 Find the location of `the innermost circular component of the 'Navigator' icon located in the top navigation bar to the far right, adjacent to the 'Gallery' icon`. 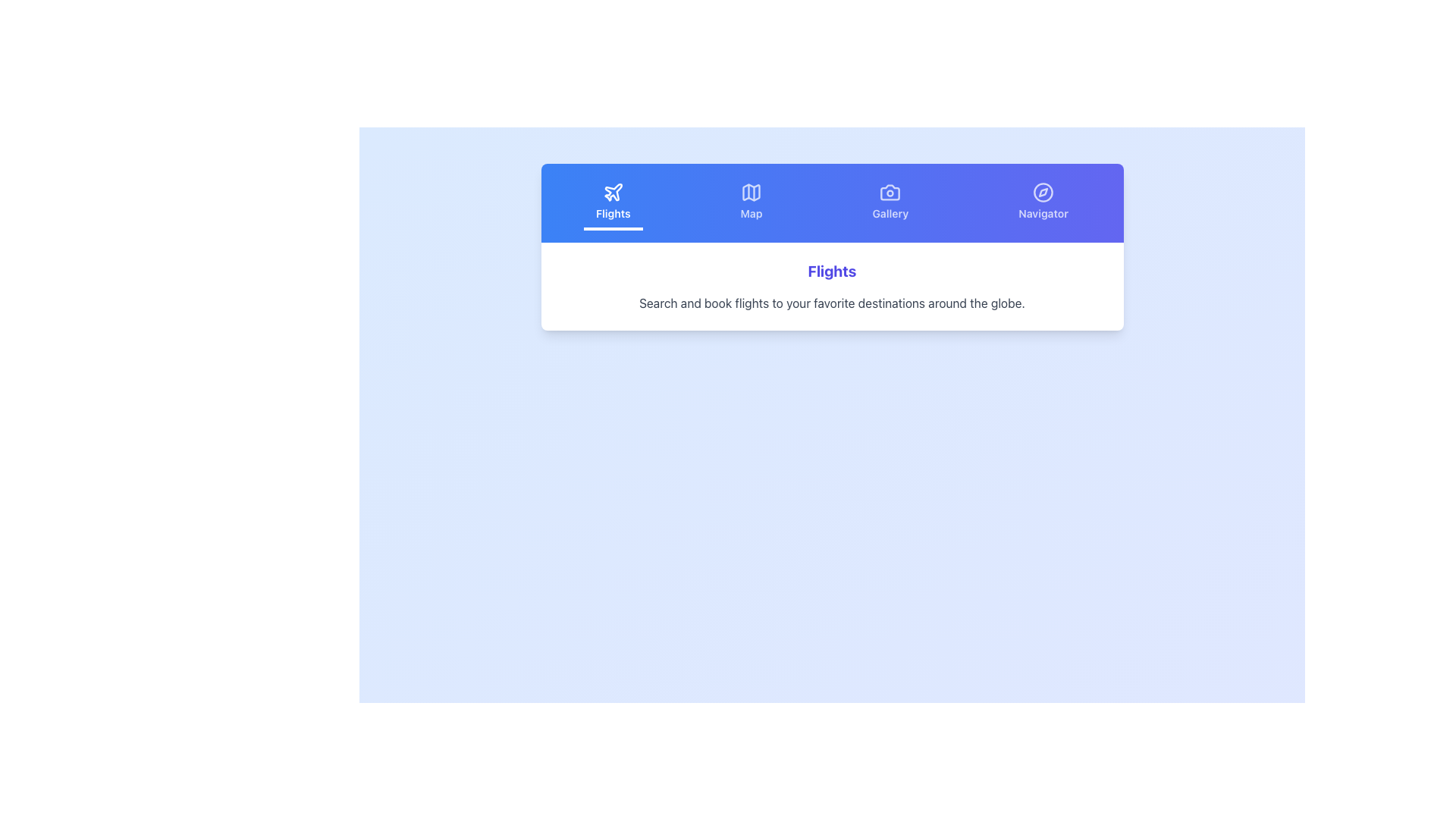

the innermost circular component of the 'Navigator' icon located in the top navigation bar to the far right, adjacent to the 'Gallery' icon is located at coordinates (1043, 192).